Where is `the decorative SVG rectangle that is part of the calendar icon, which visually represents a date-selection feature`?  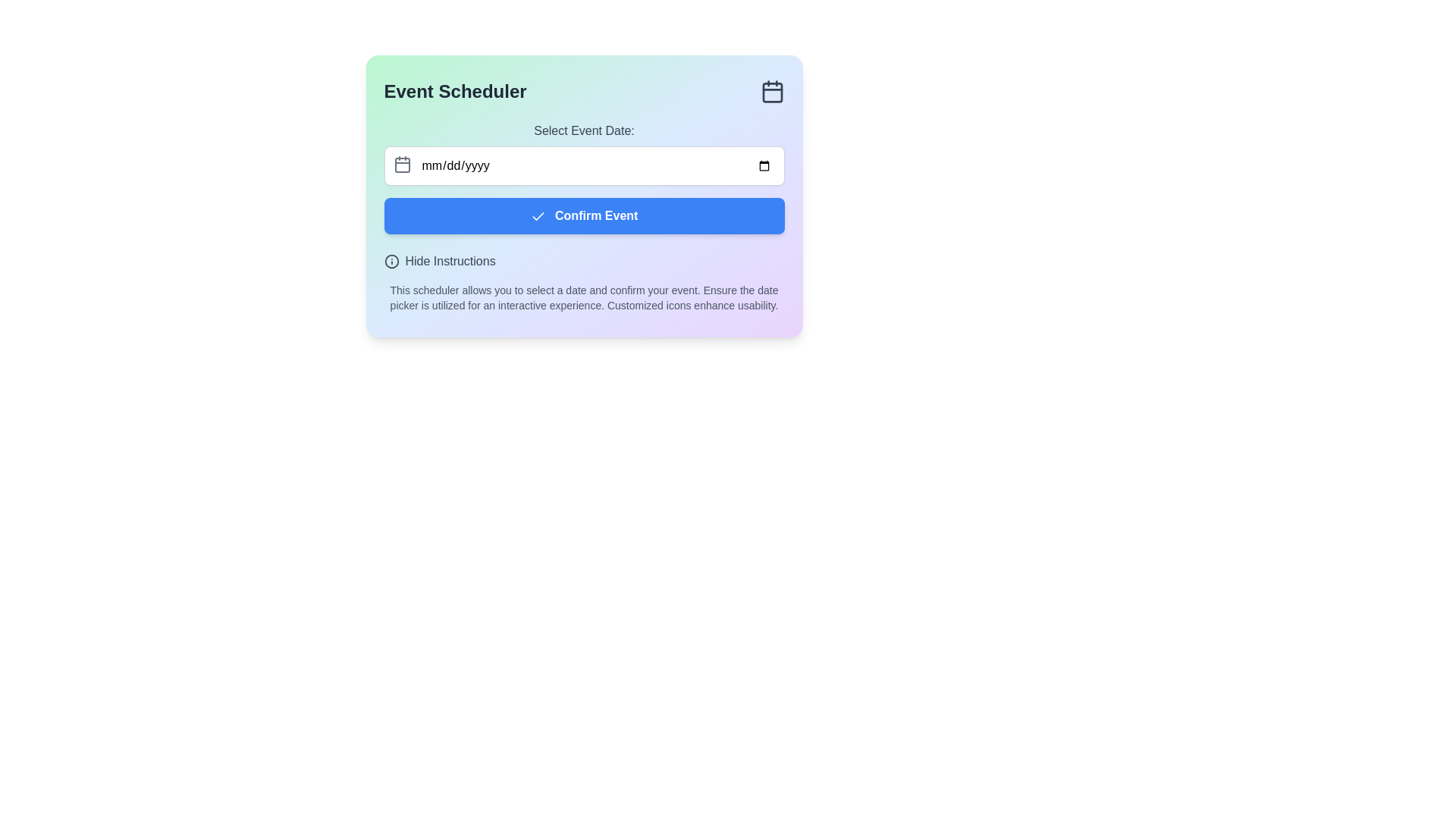 the decorative SVG rectangle that is part of the calendar icon, which visually represents a date-selection feature is located at coordinates (402, 165).